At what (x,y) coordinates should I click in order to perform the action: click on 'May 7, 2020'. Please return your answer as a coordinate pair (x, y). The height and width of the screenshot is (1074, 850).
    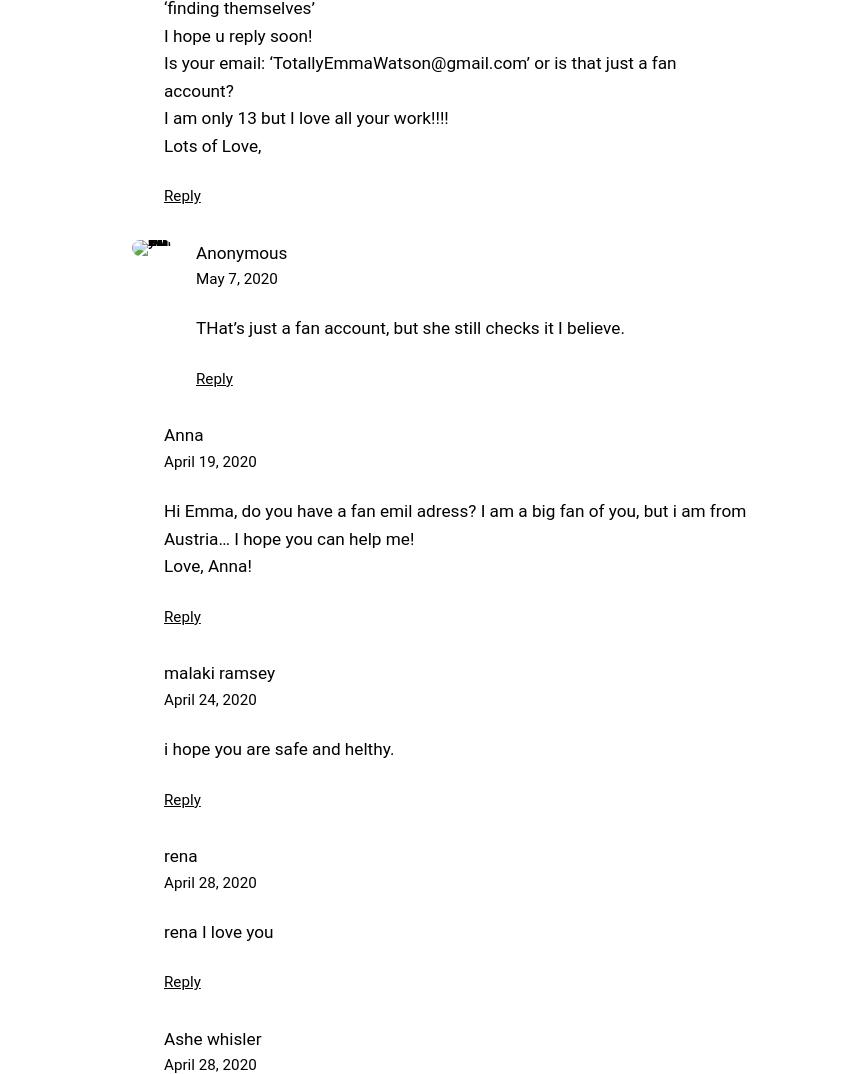
    Looking at the image, I should click on (236, 279).